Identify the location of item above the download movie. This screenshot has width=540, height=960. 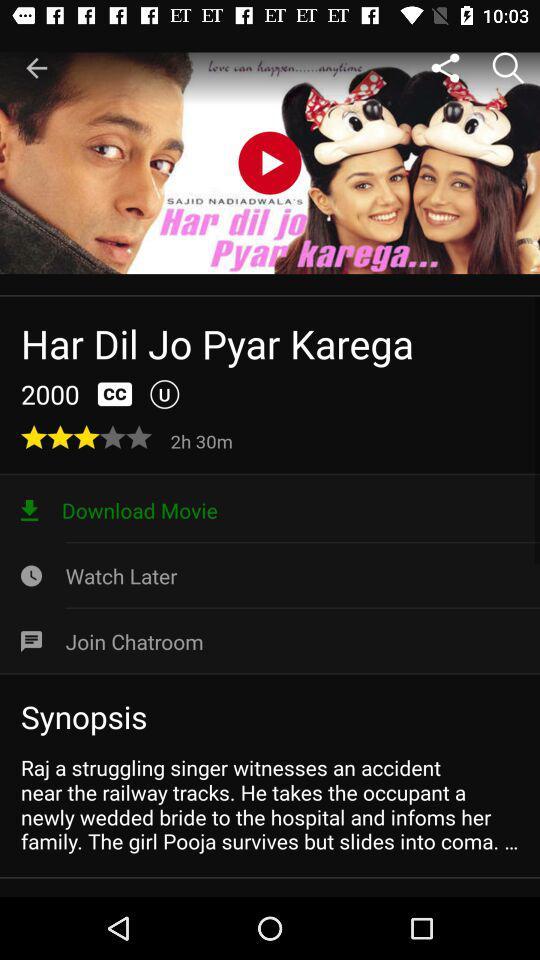
(203, 440).